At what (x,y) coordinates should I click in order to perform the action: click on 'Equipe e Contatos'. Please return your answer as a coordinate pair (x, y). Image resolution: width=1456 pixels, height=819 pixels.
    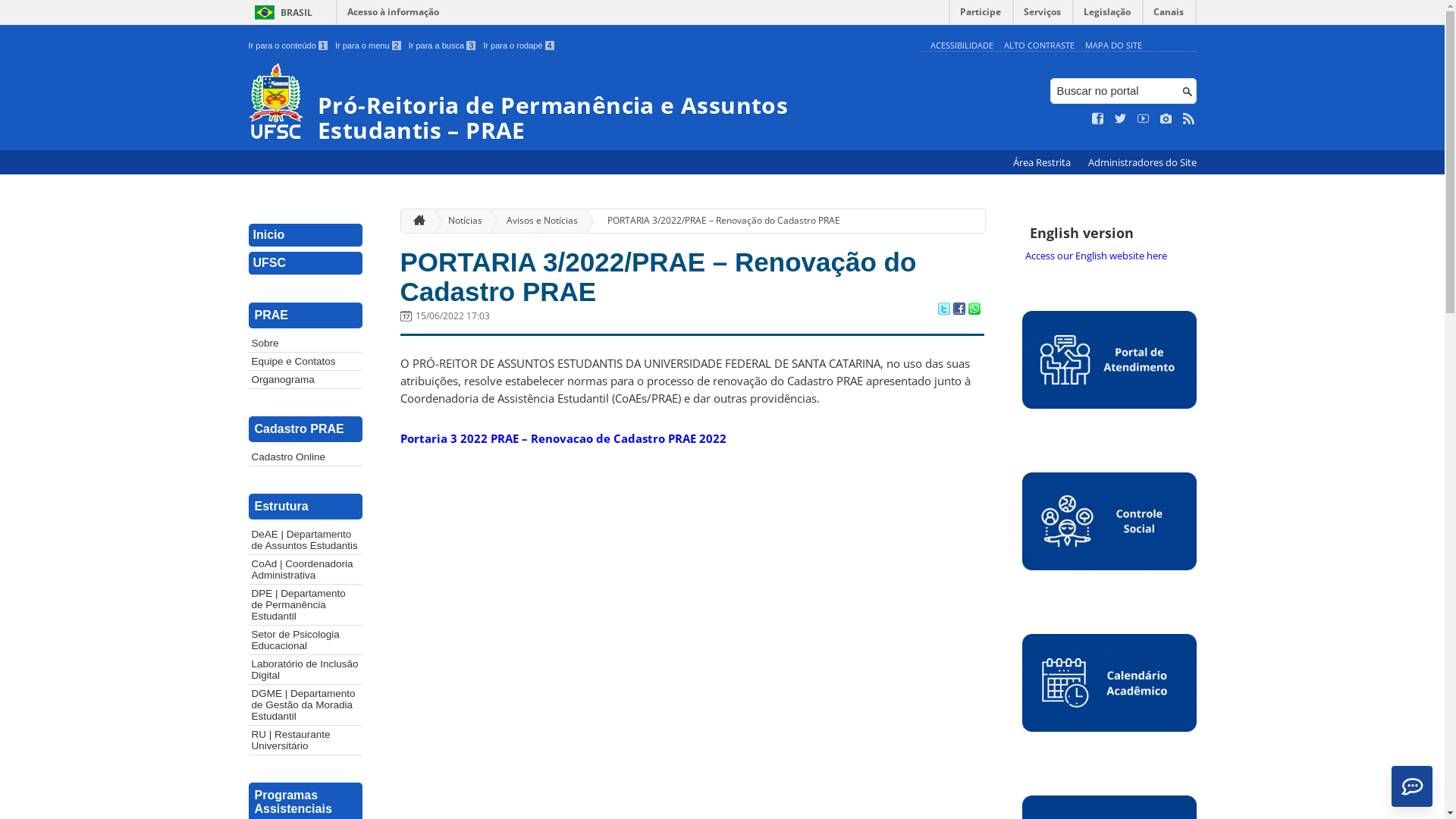
    Looking at the image, I should click on (305, 361).